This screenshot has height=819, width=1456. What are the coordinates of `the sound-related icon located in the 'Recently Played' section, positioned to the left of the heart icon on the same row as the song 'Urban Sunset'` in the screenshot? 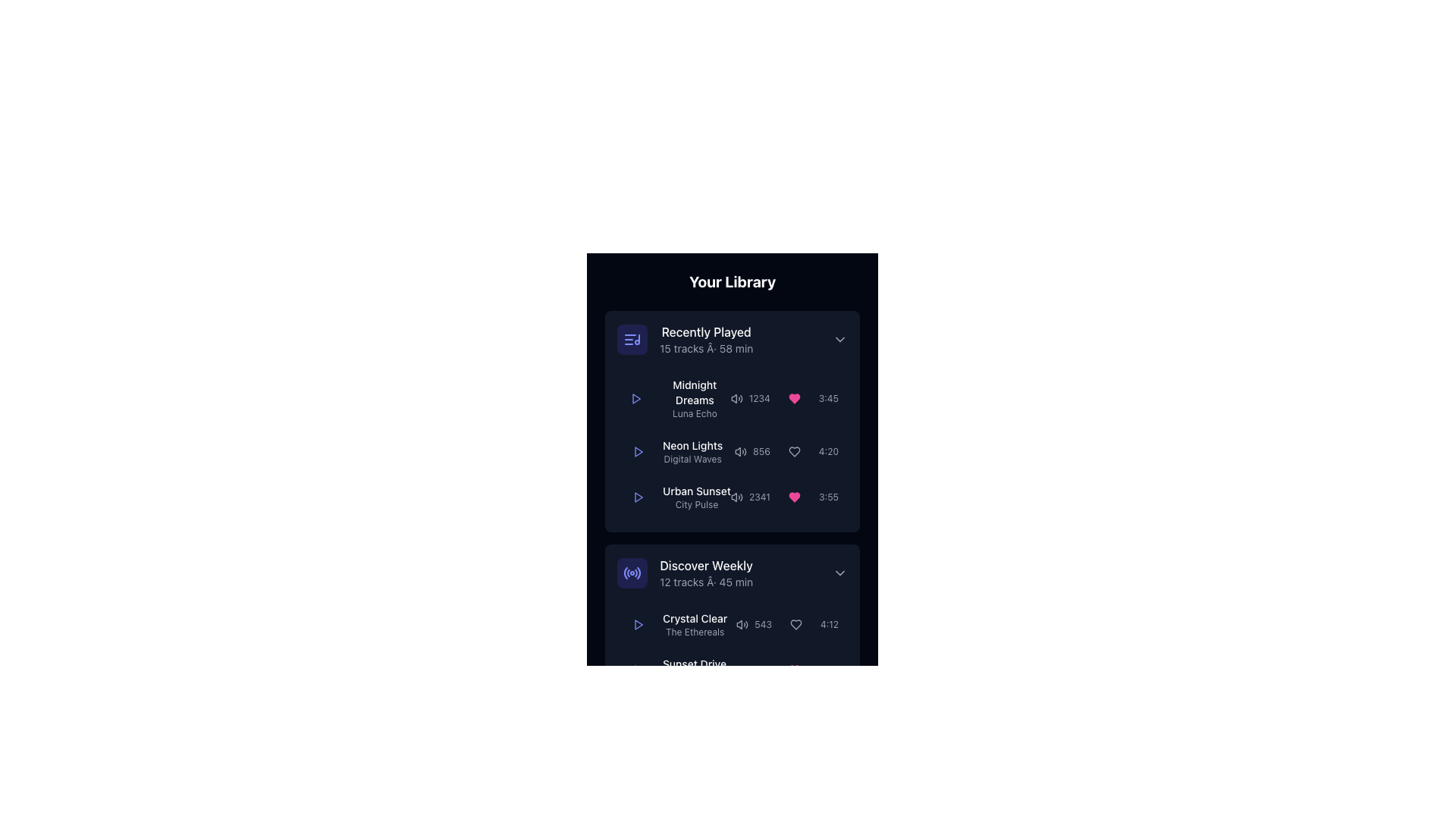 It's located at (734, 497).